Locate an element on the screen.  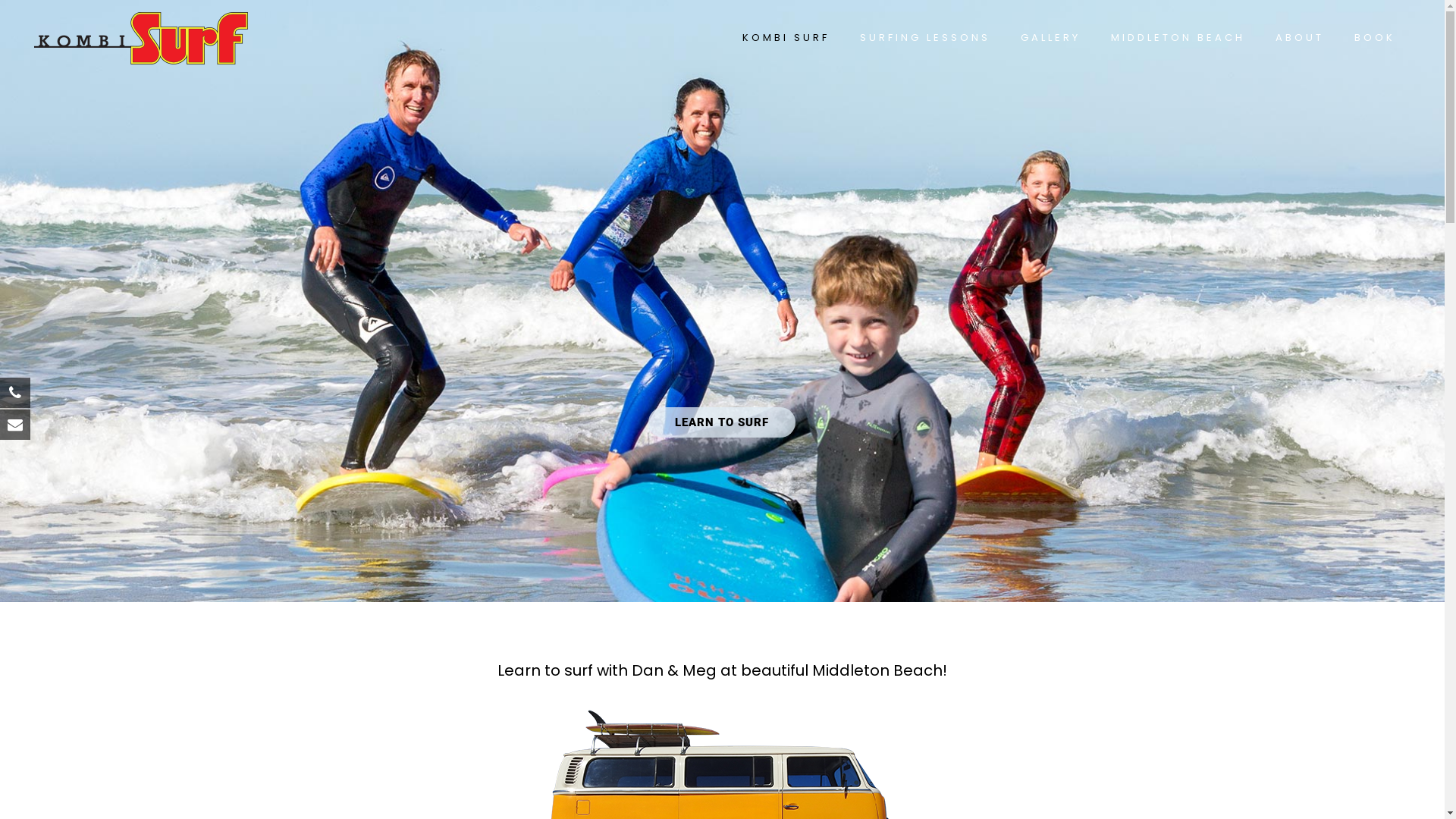
'ABOUT' is located at coordinates (1260, 37).